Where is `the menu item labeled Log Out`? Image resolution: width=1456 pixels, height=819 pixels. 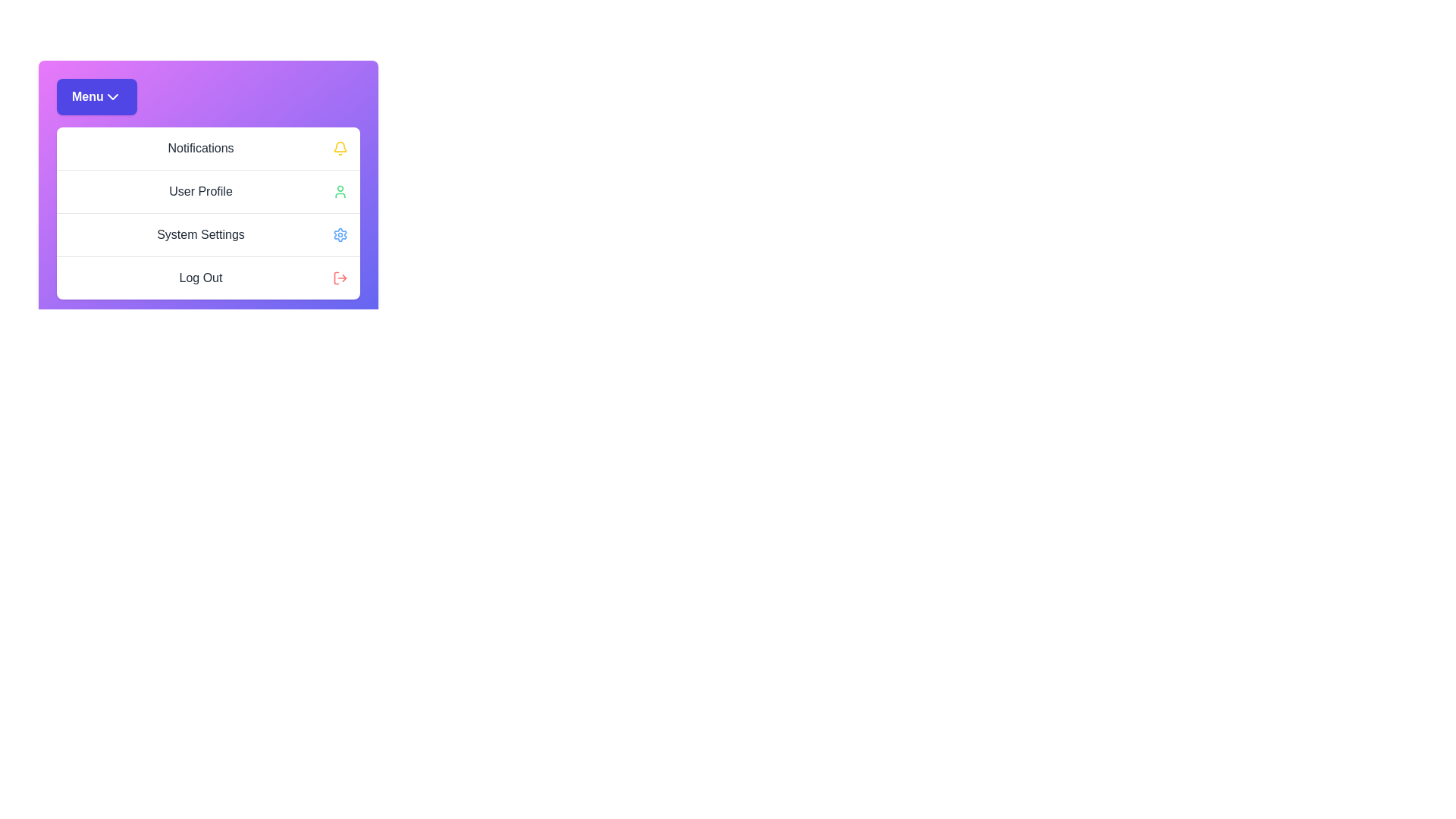
the menu item labeled Log Out is located at coordinates (207, 278).